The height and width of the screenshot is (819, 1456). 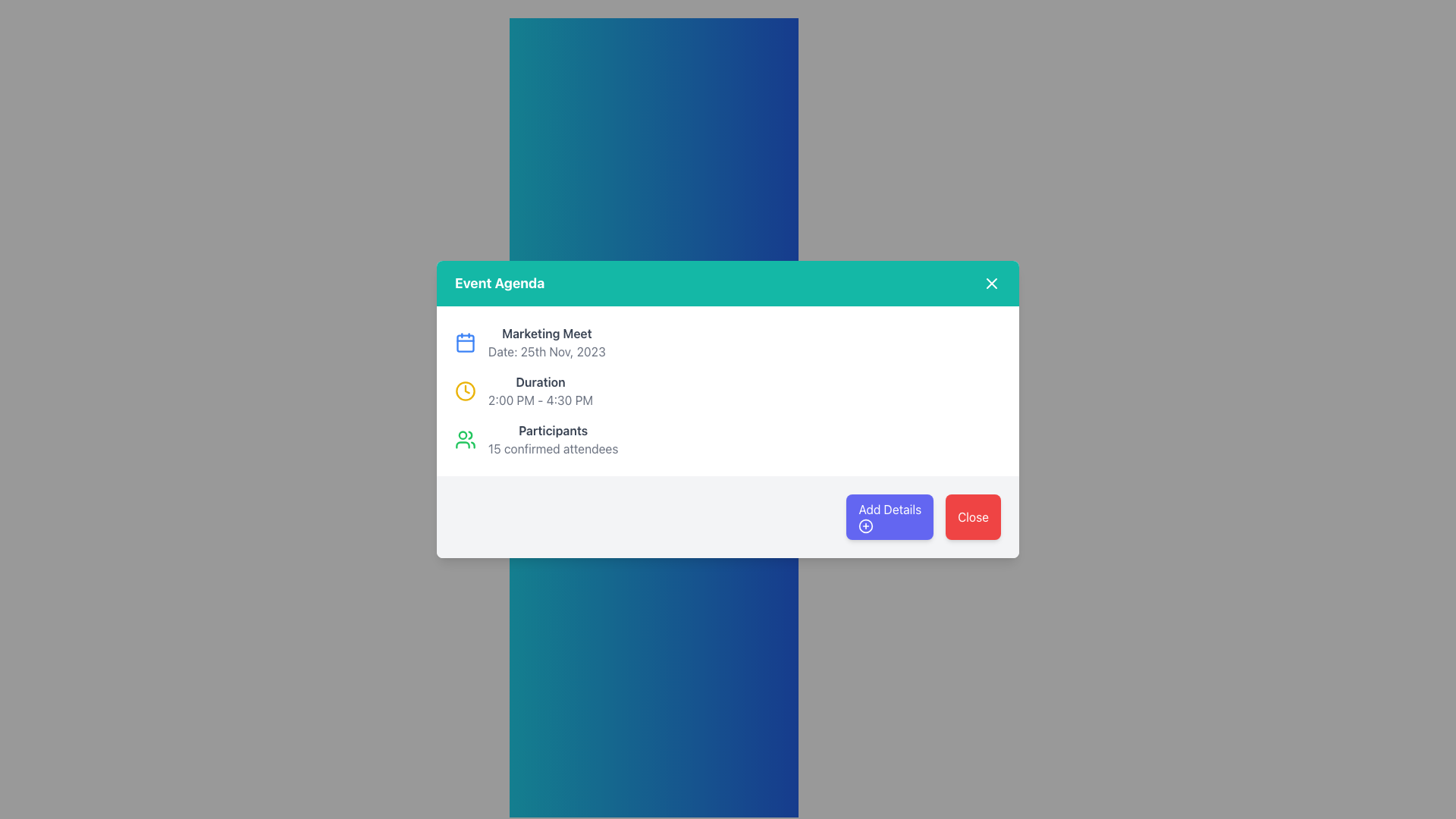 What do you see at coordinates (465, 391) in the screenshot?
I see `the icon indicating the timing or duration of the event, which is located to the left of the text 'Duration 2:00 PM - 4:30 PM' within the 'Event Agenda' dialog box` at bounding box center [465, 391].